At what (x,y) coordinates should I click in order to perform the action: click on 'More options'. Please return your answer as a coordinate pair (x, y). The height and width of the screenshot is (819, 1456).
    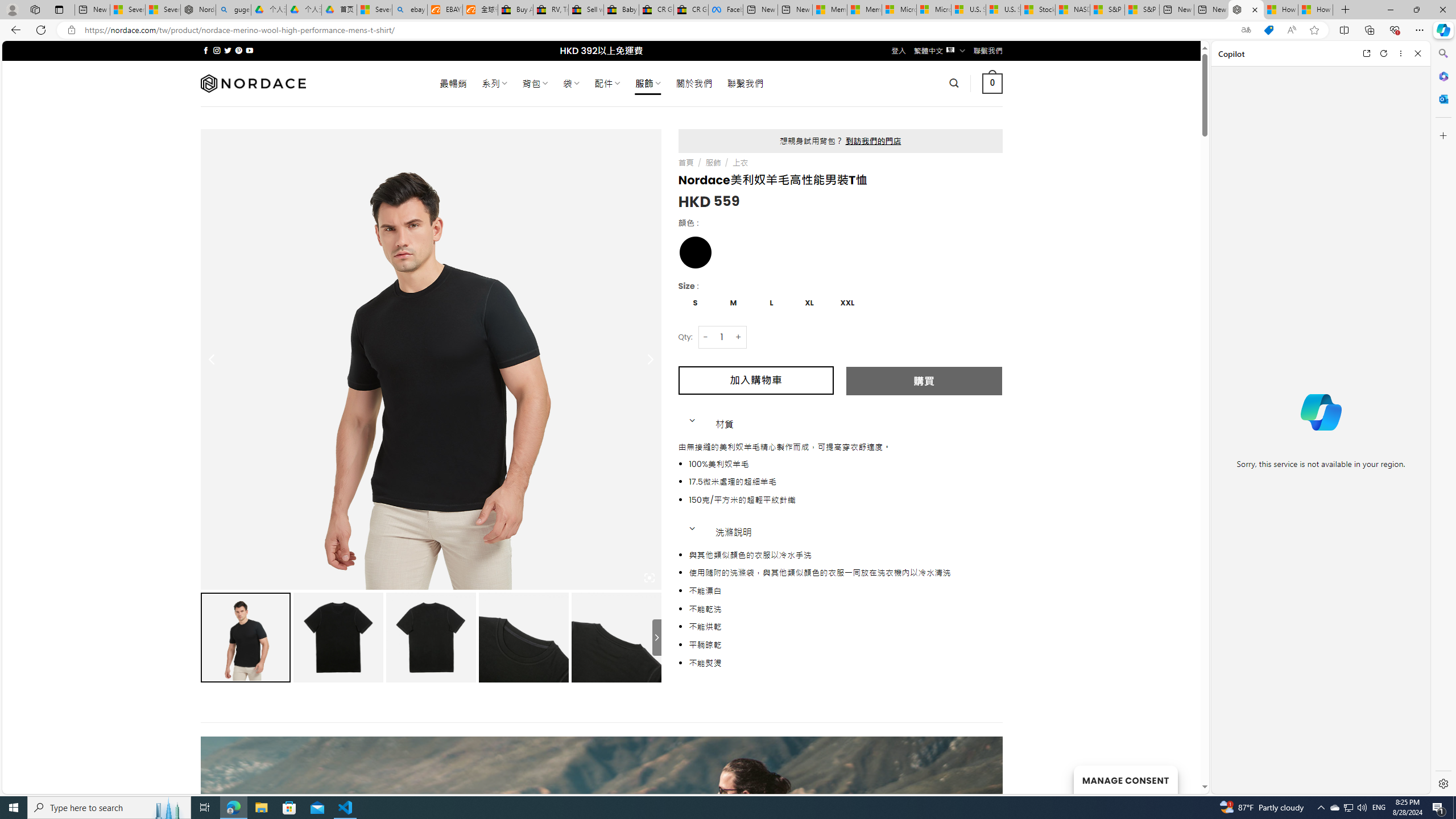
    Looking at the image, I should click on (1401, 53).